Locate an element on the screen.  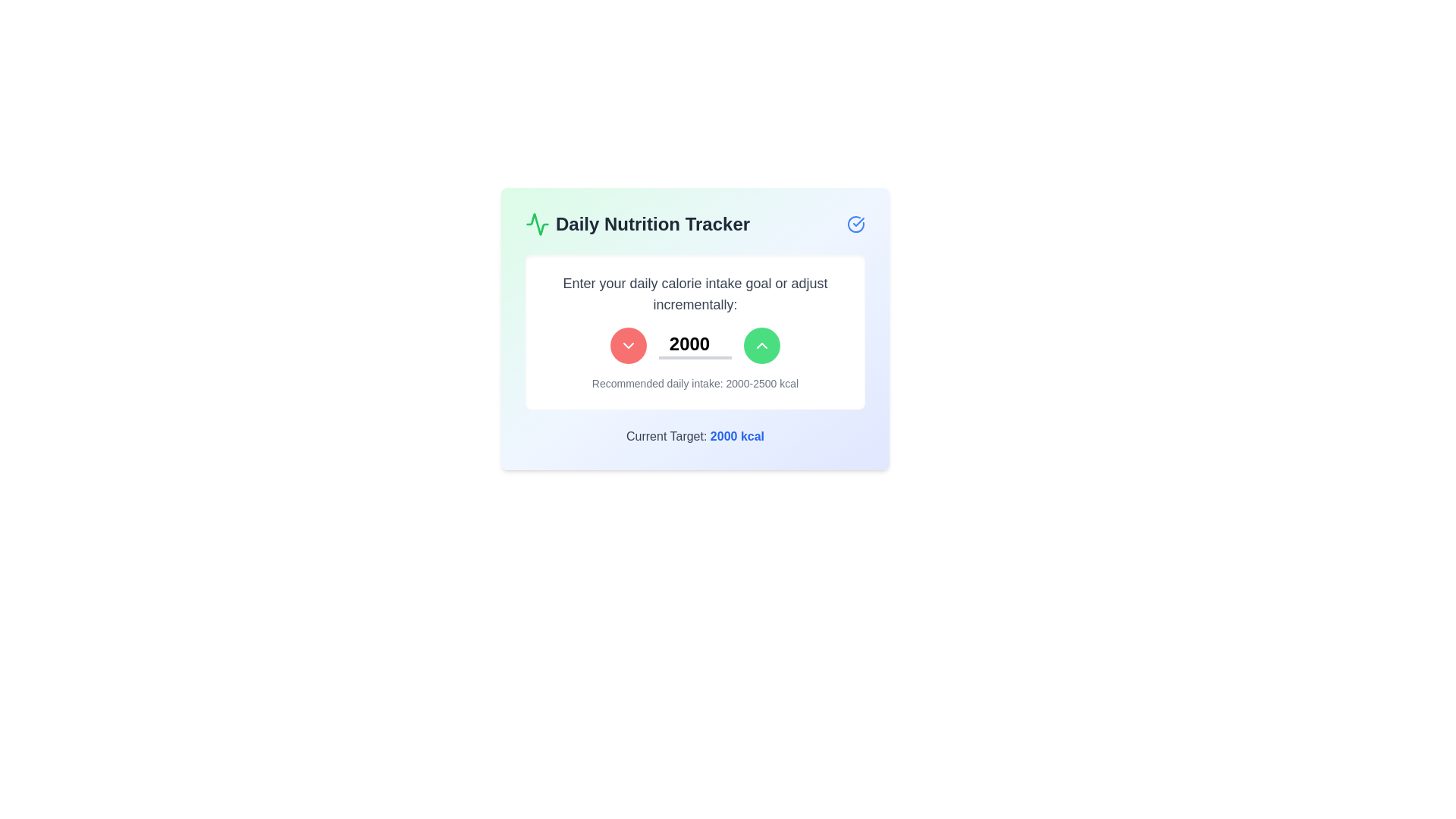
instructional text label that provides context for setting a daily calorie intake goal, located at the center of the element's bounding box is located at coordinates (694, 294).